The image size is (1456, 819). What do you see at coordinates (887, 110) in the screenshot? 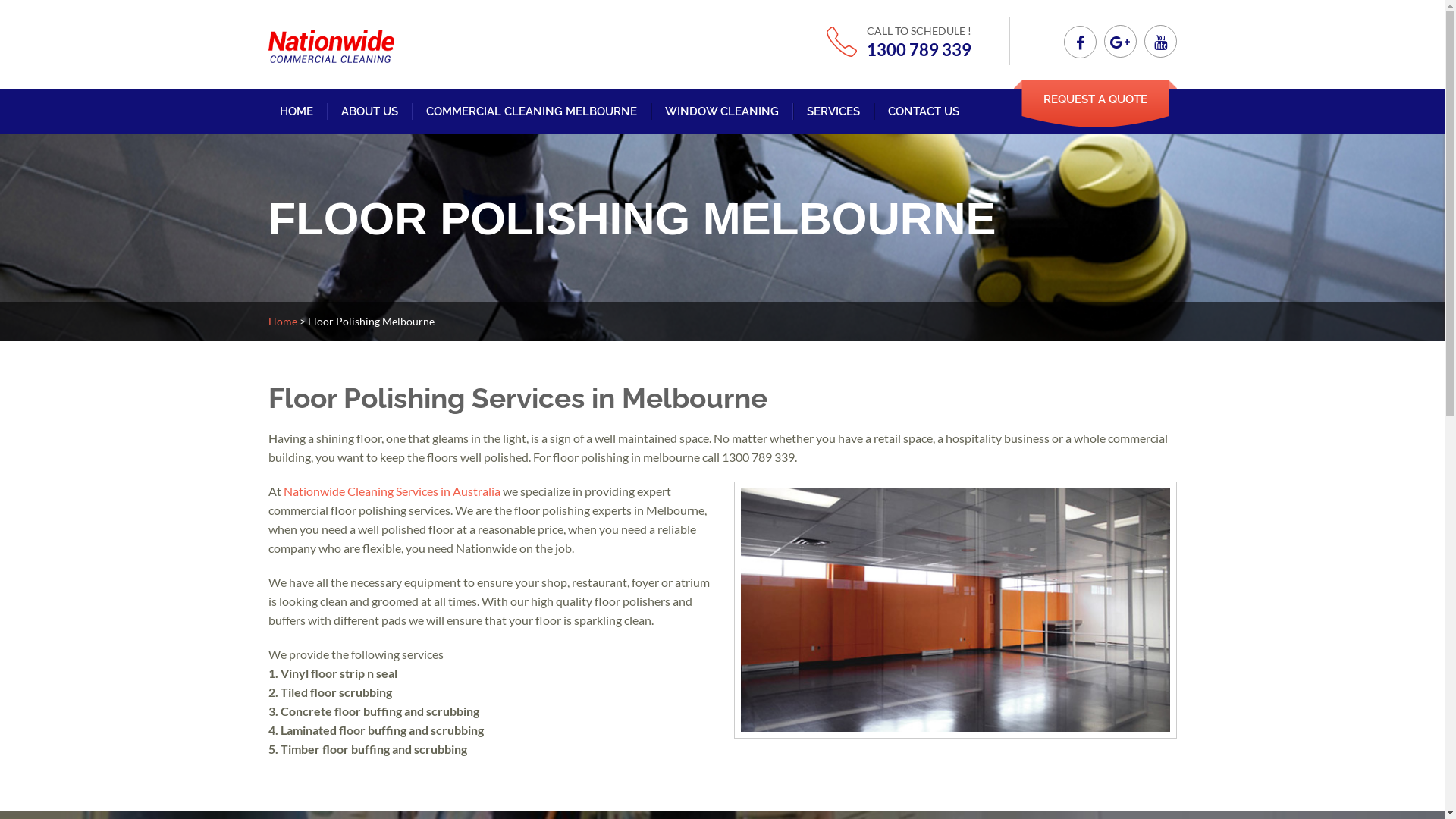
I see `'CONTACT US'` at bounding box center [887, 110].